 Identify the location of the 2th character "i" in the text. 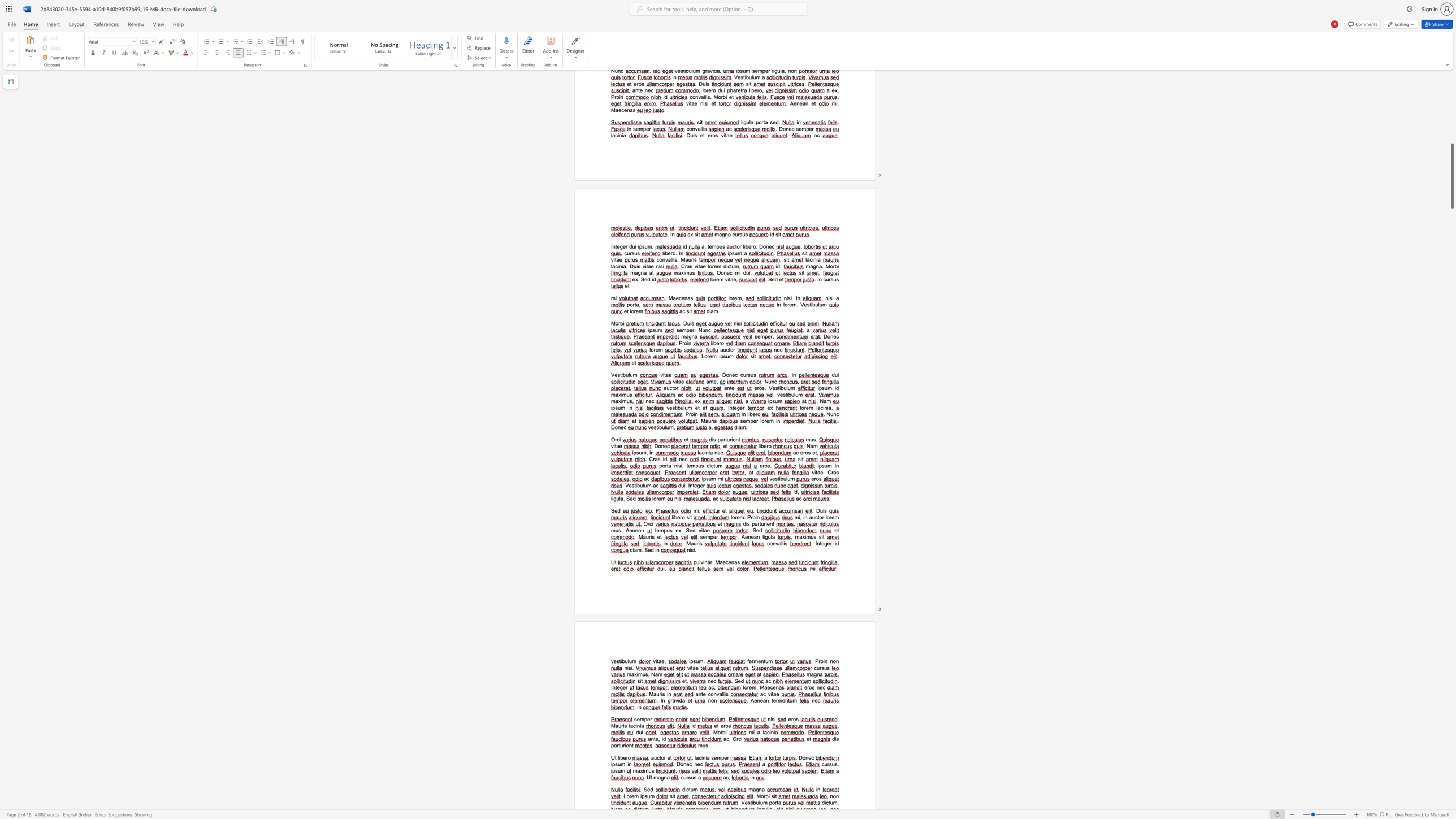
(628, 764).